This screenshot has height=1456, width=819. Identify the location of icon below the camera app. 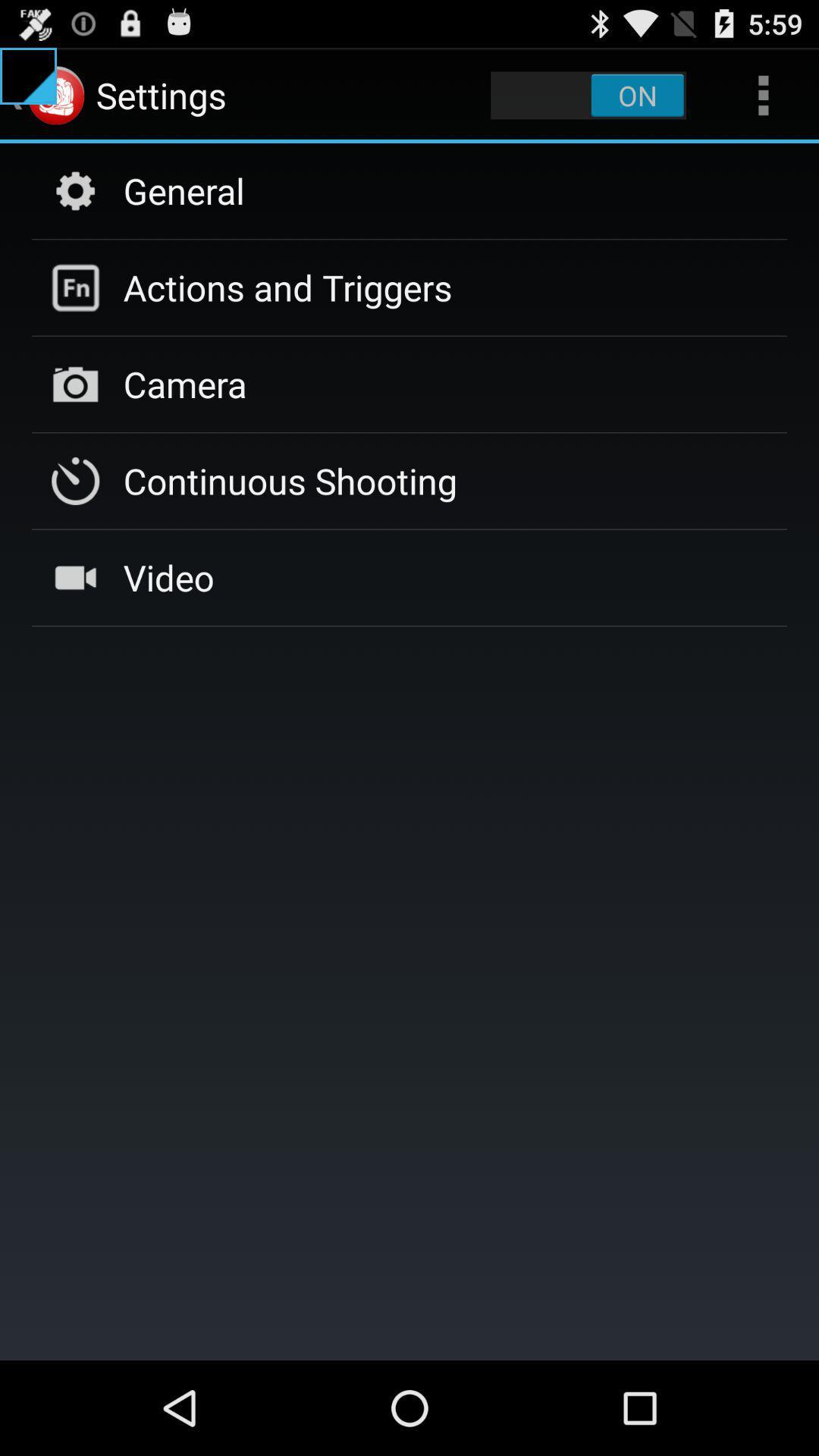
(290, 480).